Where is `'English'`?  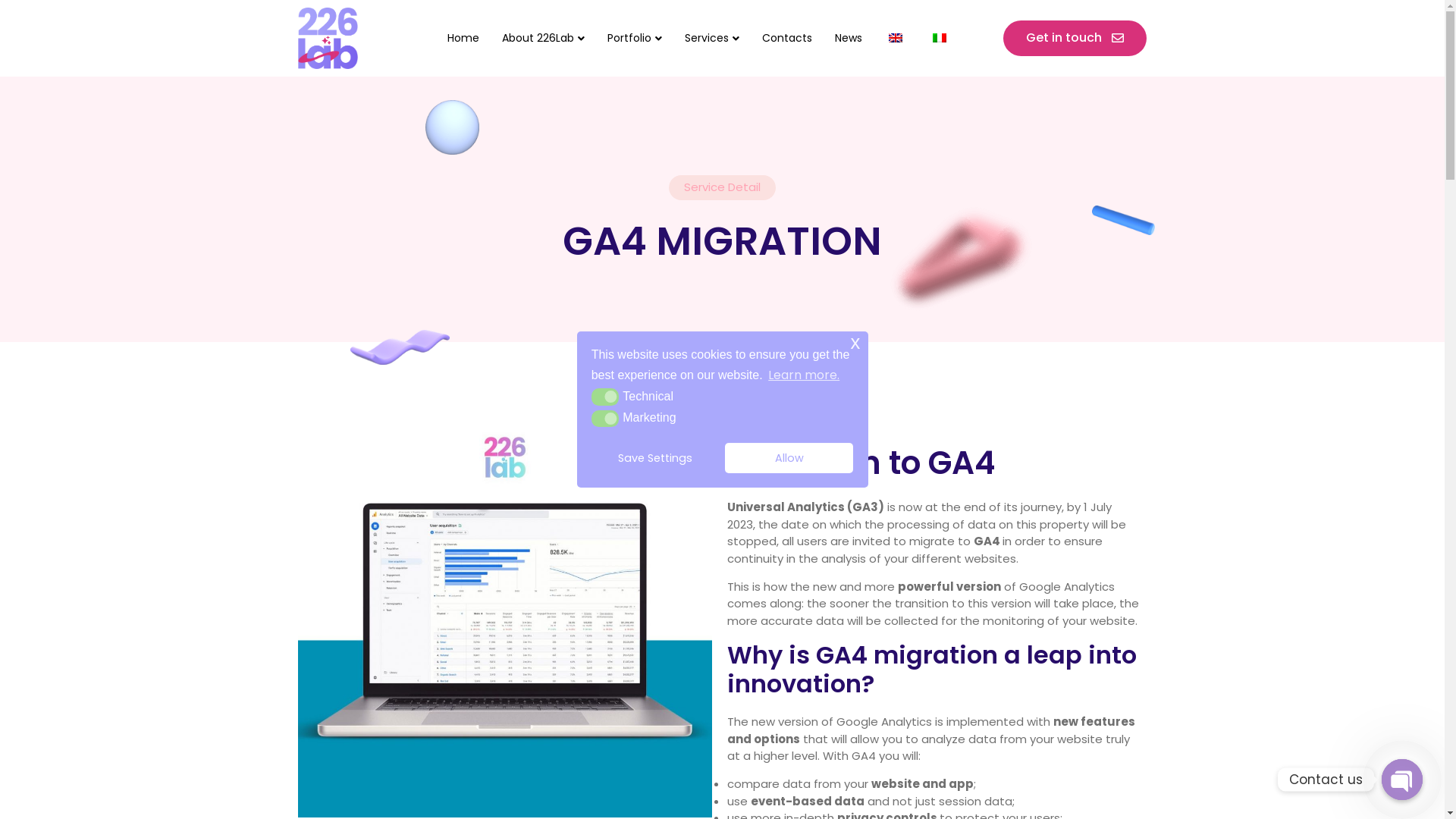
'English' is located at coordinates (888, 37).